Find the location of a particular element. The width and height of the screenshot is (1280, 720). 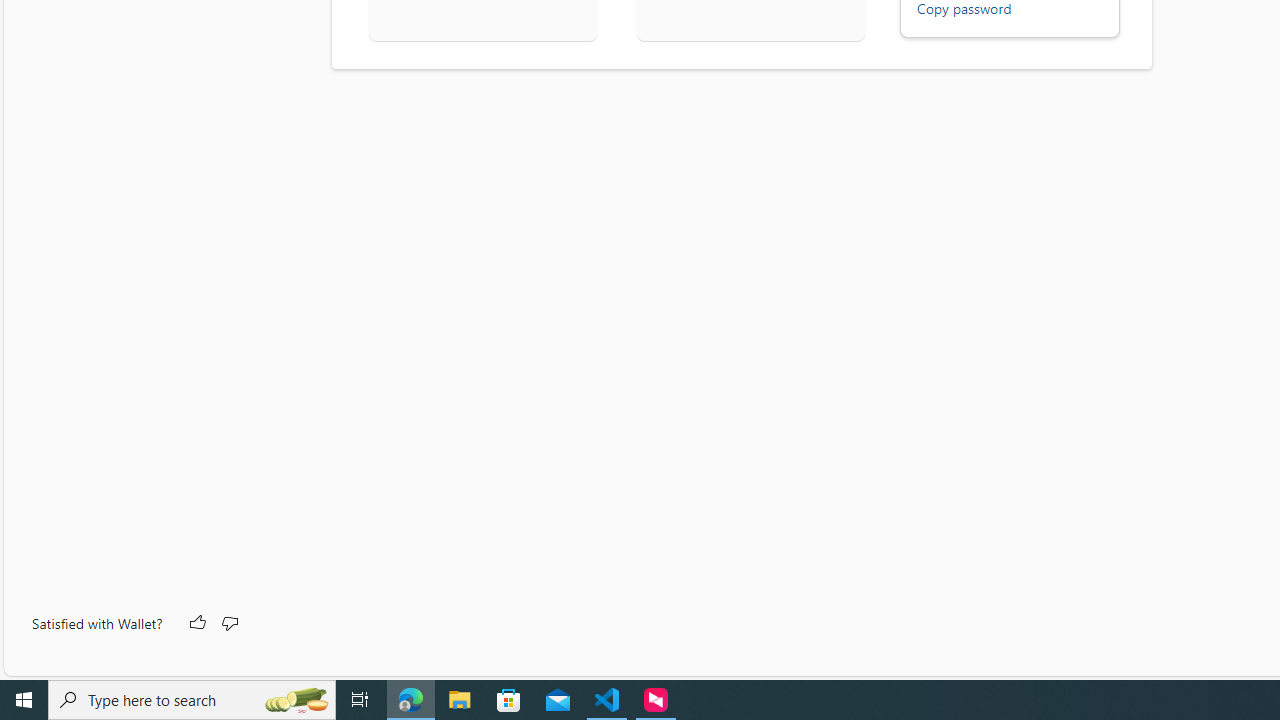

'Start' is located at coordinates (24, 698).